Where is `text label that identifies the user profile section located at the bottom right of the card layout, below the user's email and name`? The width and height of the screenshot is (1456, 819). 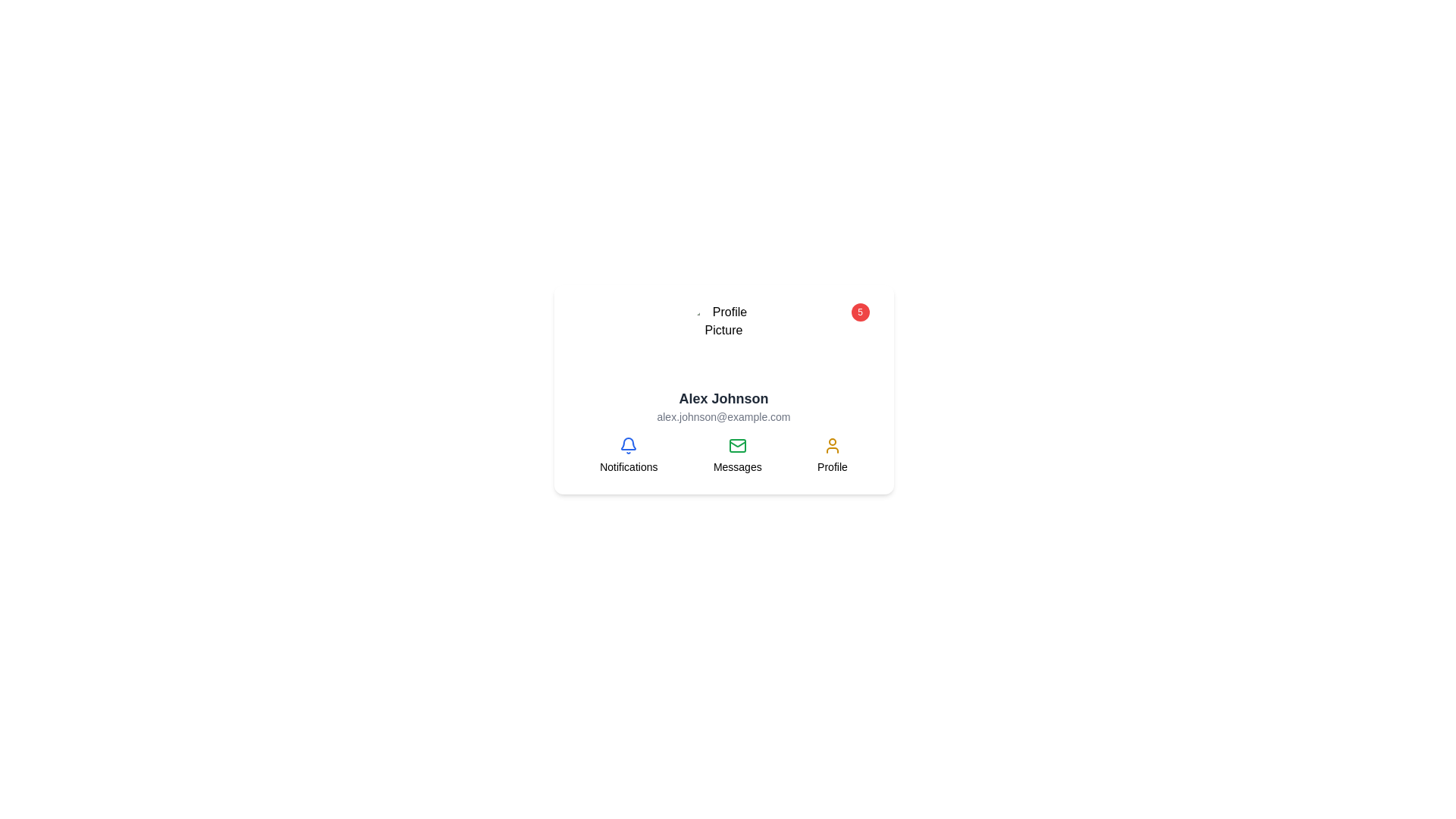 text label that identifies the user profile section located at the bottom right of the card layout, below the user's email and name is located at coordinates (831, 466).